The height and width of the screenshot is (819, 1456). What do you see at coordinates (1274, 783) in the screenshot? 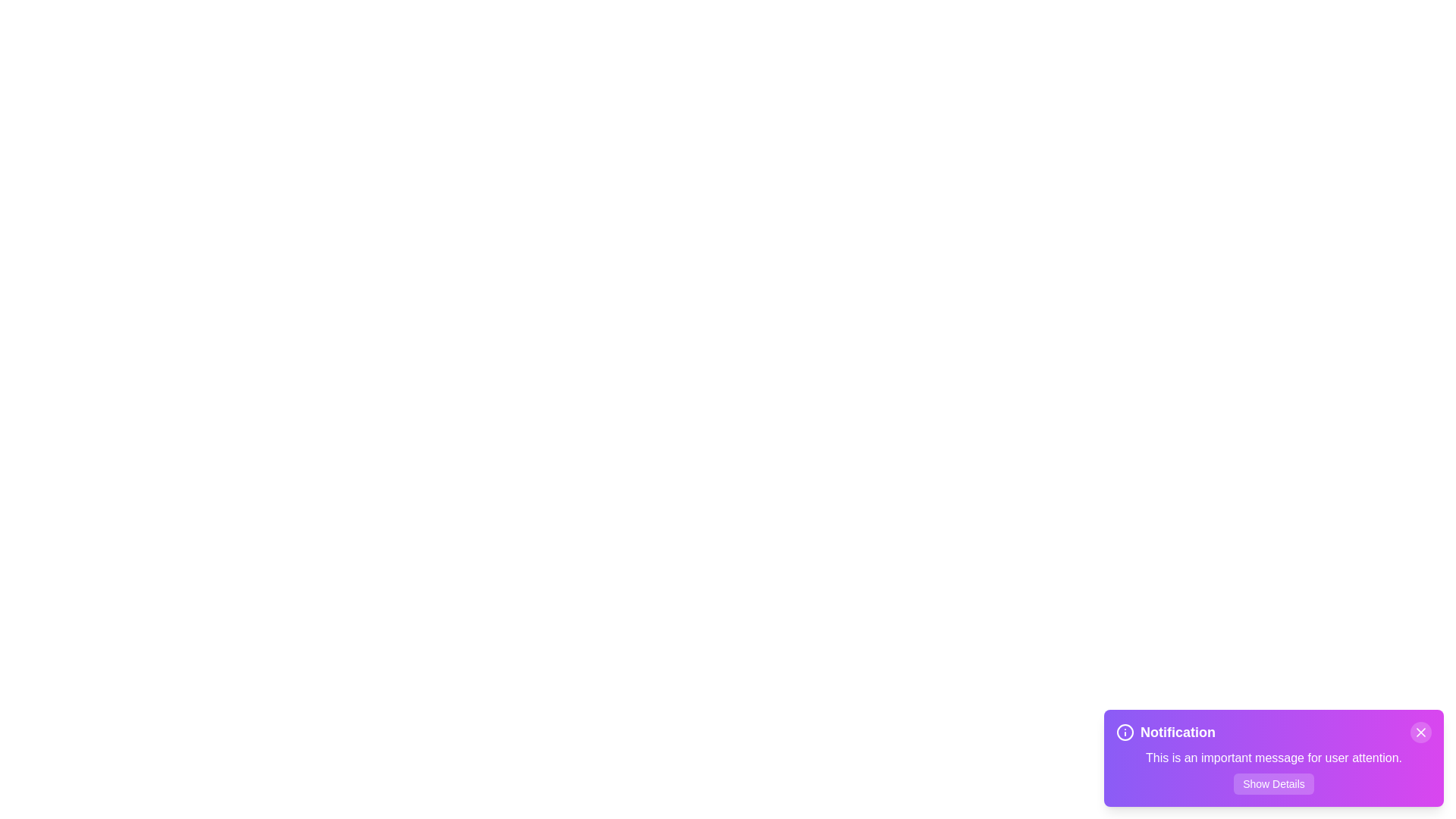
I see `'Show Details' button to reveal additional information` at bounding box center [1274, 783].